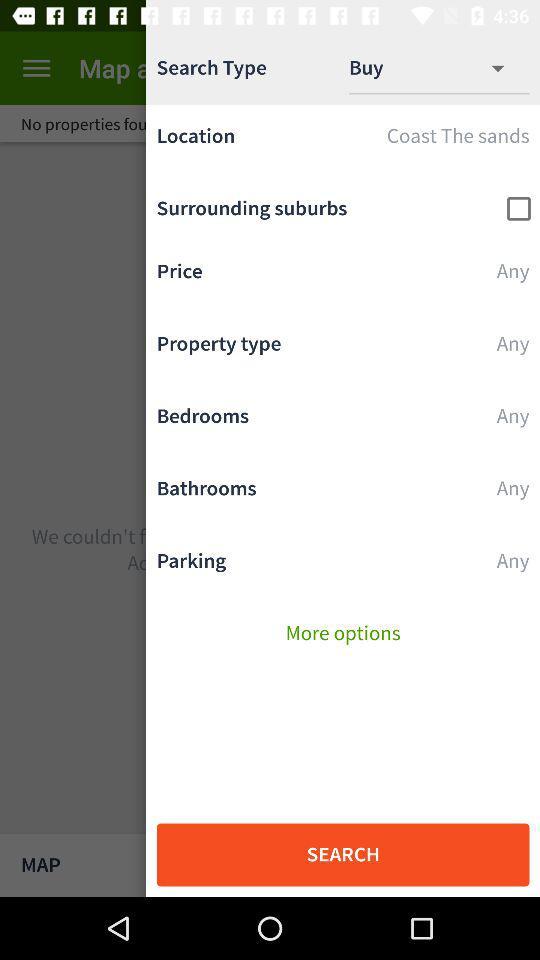  I want to click on bathrooms, so click(342, 493).